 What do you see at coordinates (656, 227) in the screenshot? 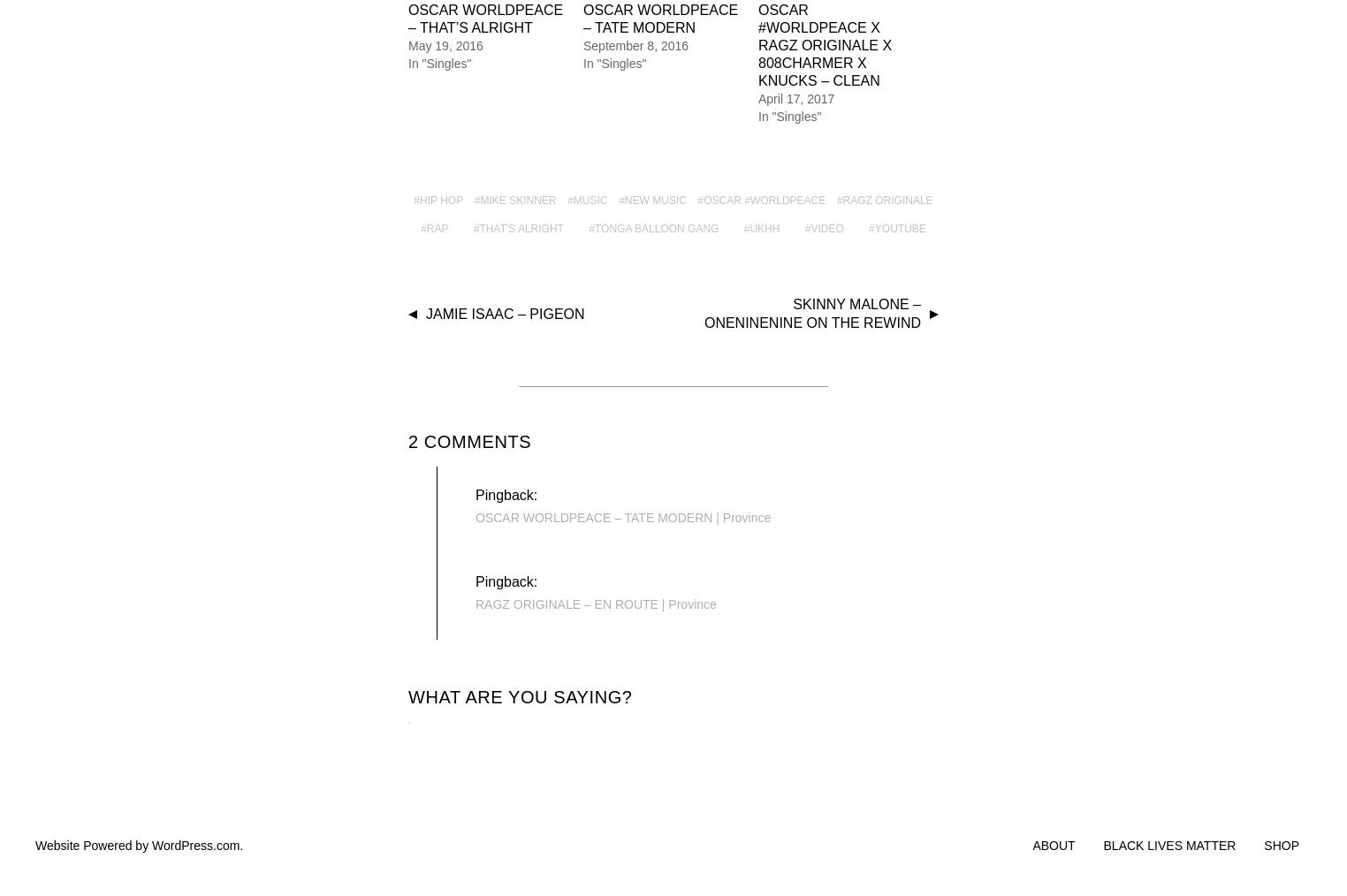
I see `'Tonga Balloon Gang'` at bounding box center [656, 227].